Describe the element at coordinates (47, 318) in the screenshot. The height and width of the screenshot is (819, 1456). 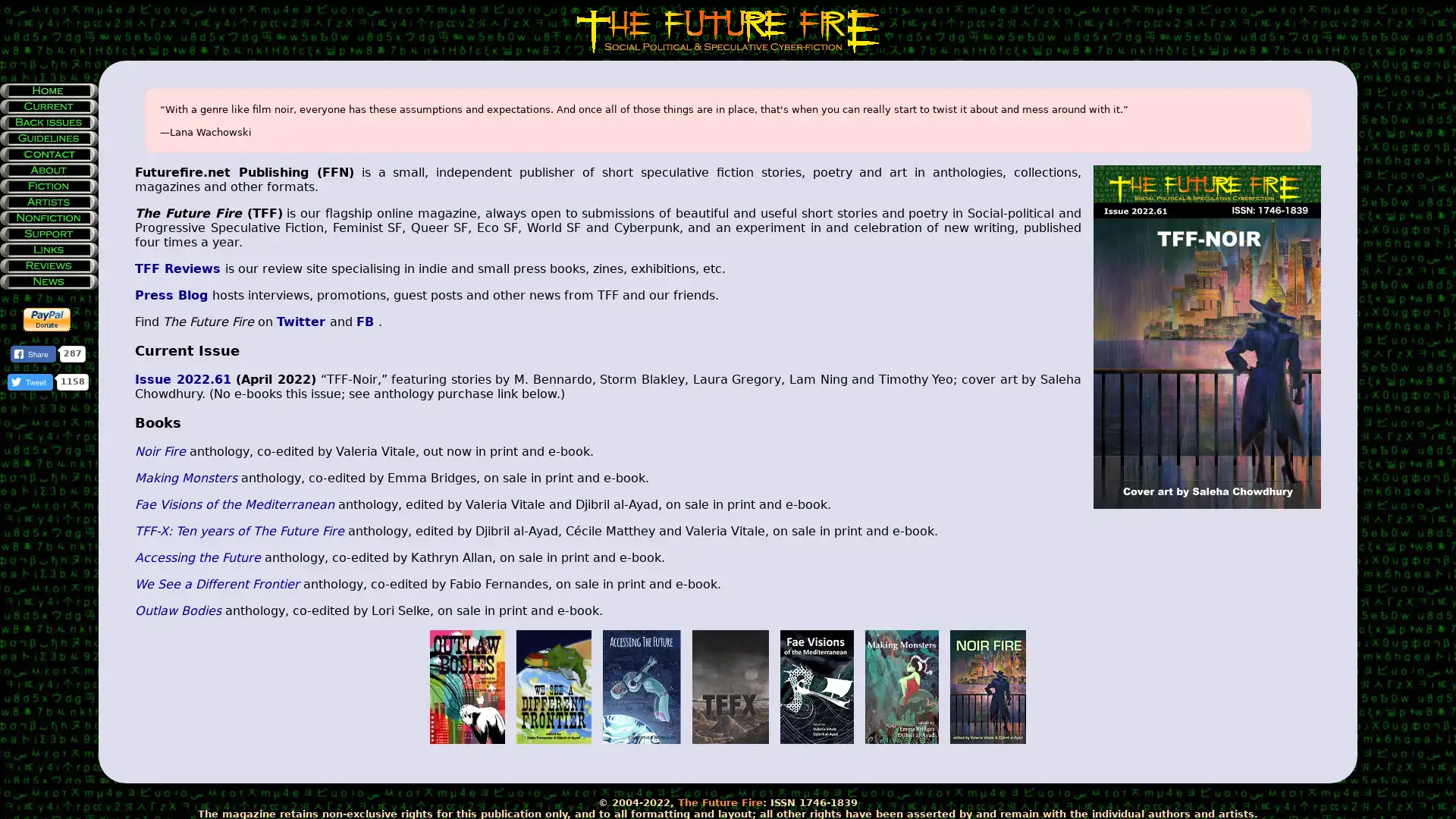
I see `Make payments with PayPal - it's fast, free and secure!` at that location.